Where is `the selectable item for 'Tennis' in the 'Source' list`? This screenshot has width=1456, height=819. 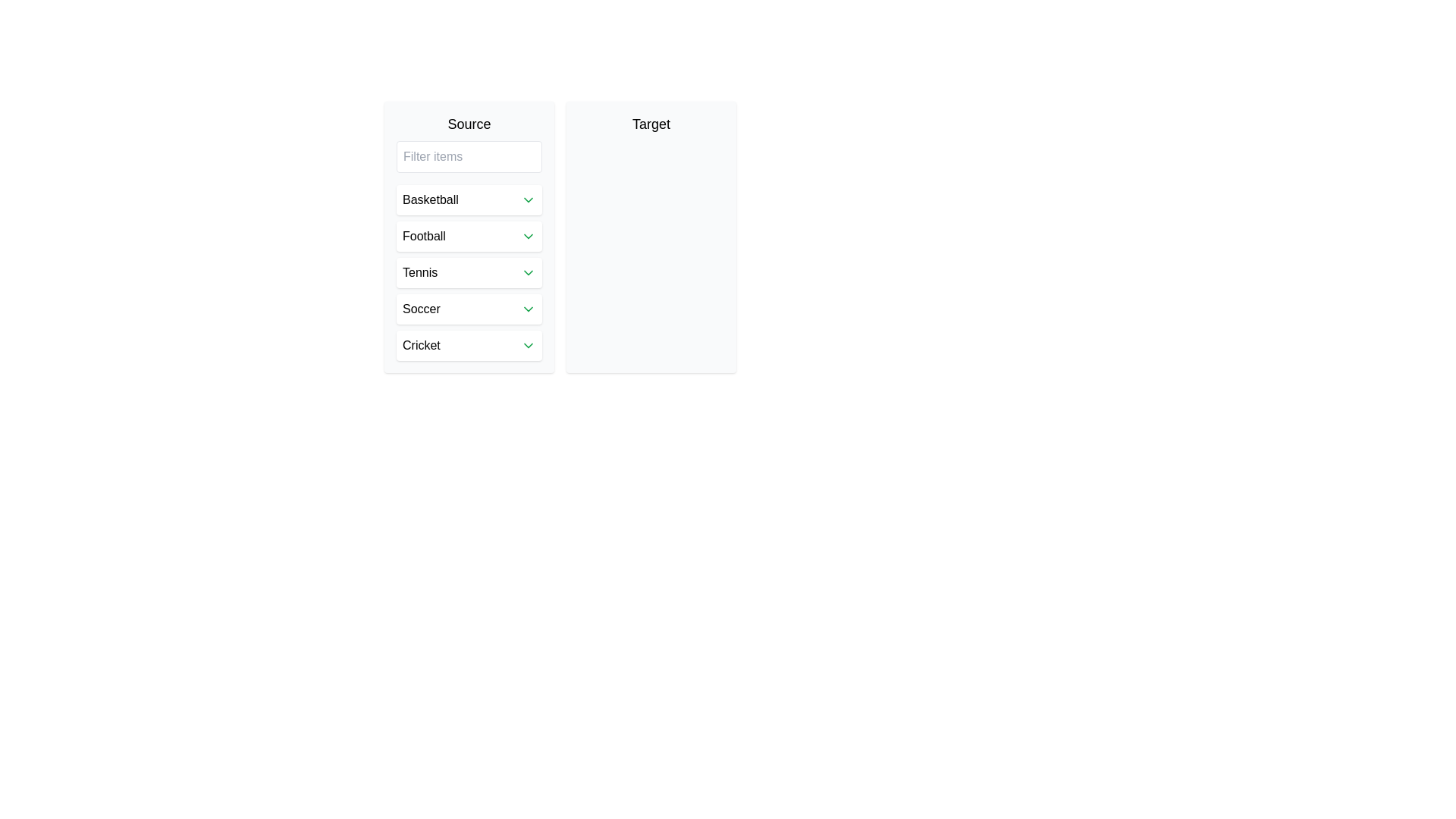 the selectable item for 'Tennis' in the 'Source' list is located at coordinates (469, 271).